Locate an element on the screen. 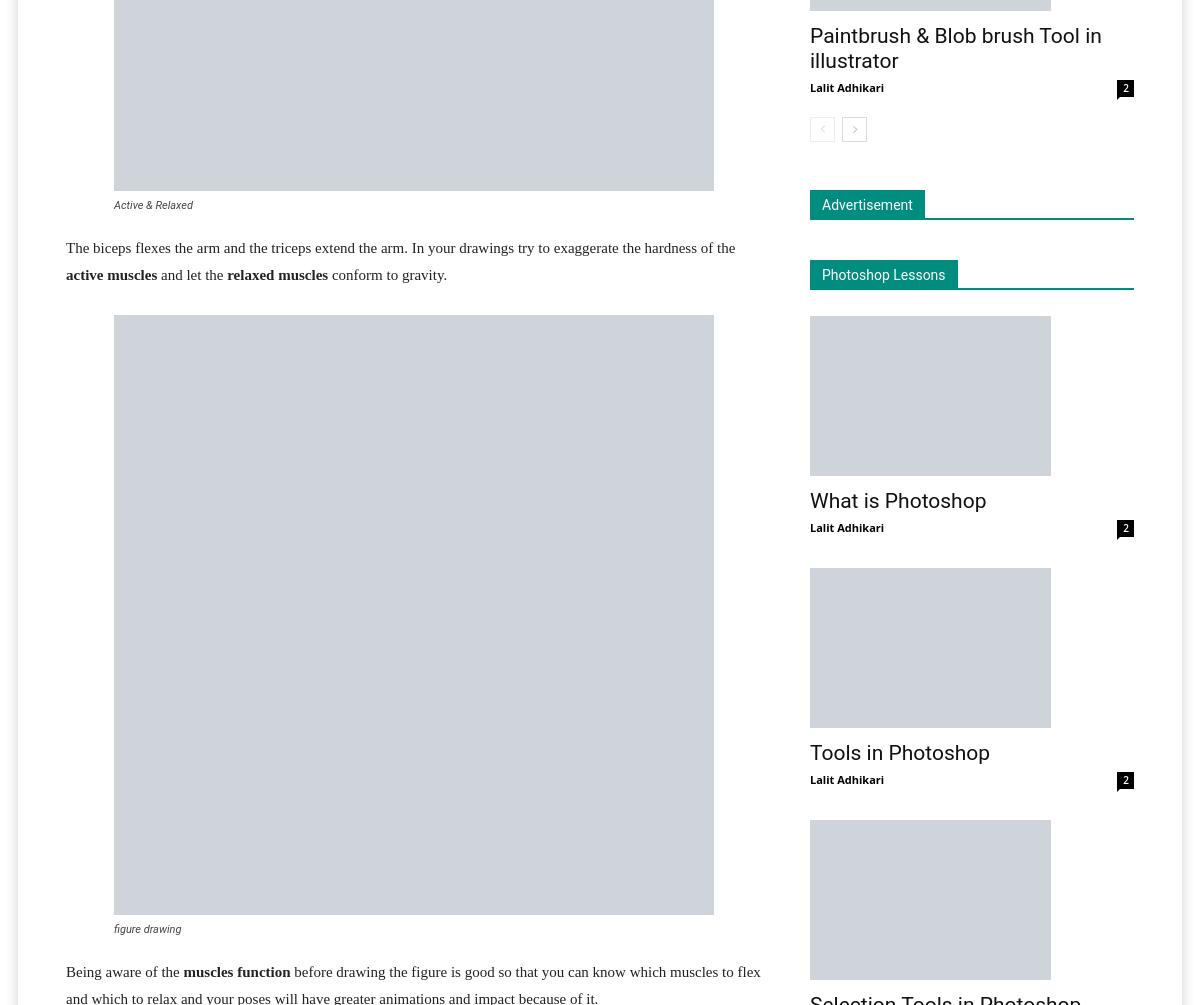 The image size is (1200, 1005). 'Tools in Photoshop' is located at coordinates (900, 753).